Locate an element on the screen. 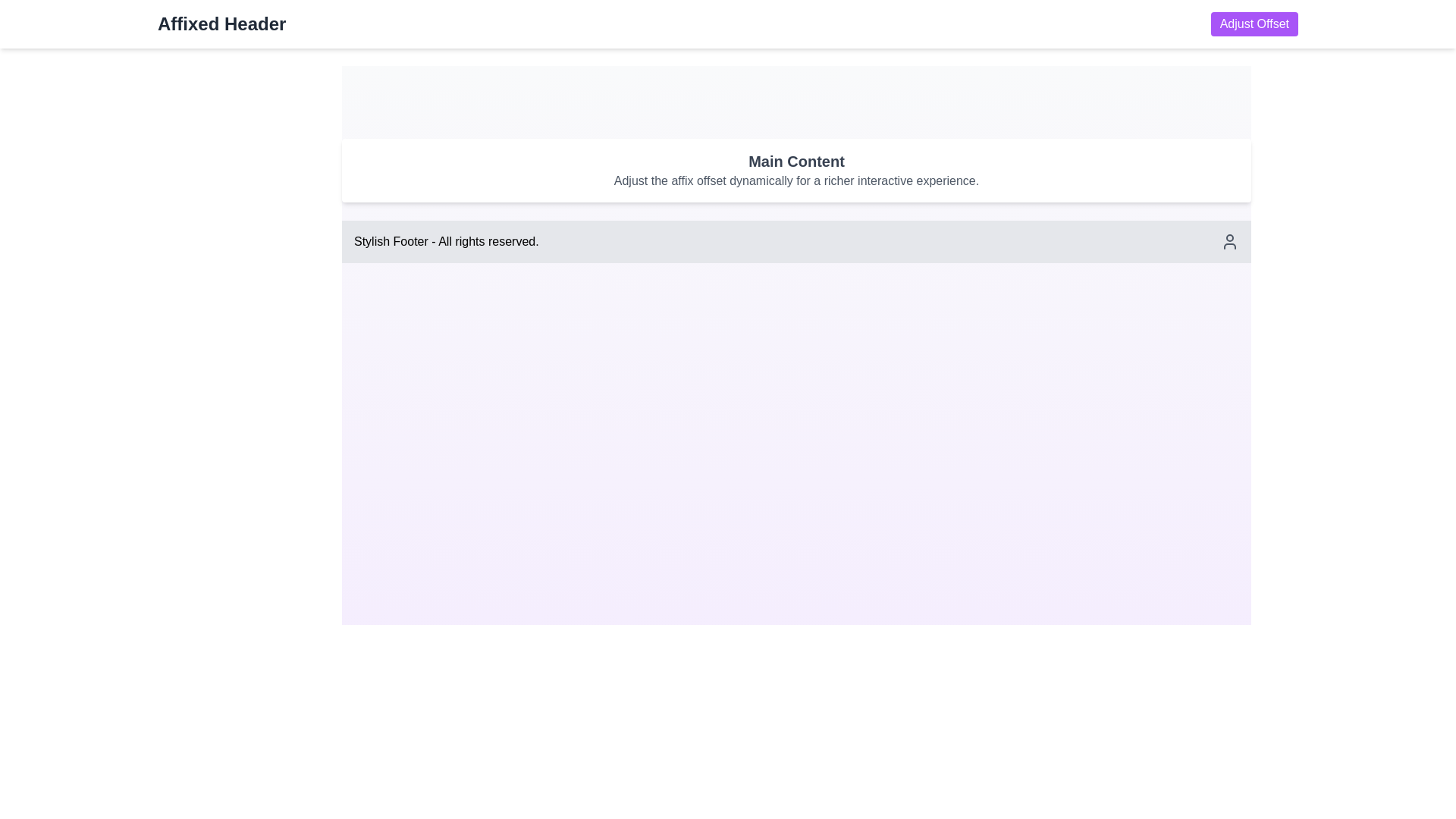  the user profile icon located at the far-right end of the footer is located at coordinates (1230, 241).